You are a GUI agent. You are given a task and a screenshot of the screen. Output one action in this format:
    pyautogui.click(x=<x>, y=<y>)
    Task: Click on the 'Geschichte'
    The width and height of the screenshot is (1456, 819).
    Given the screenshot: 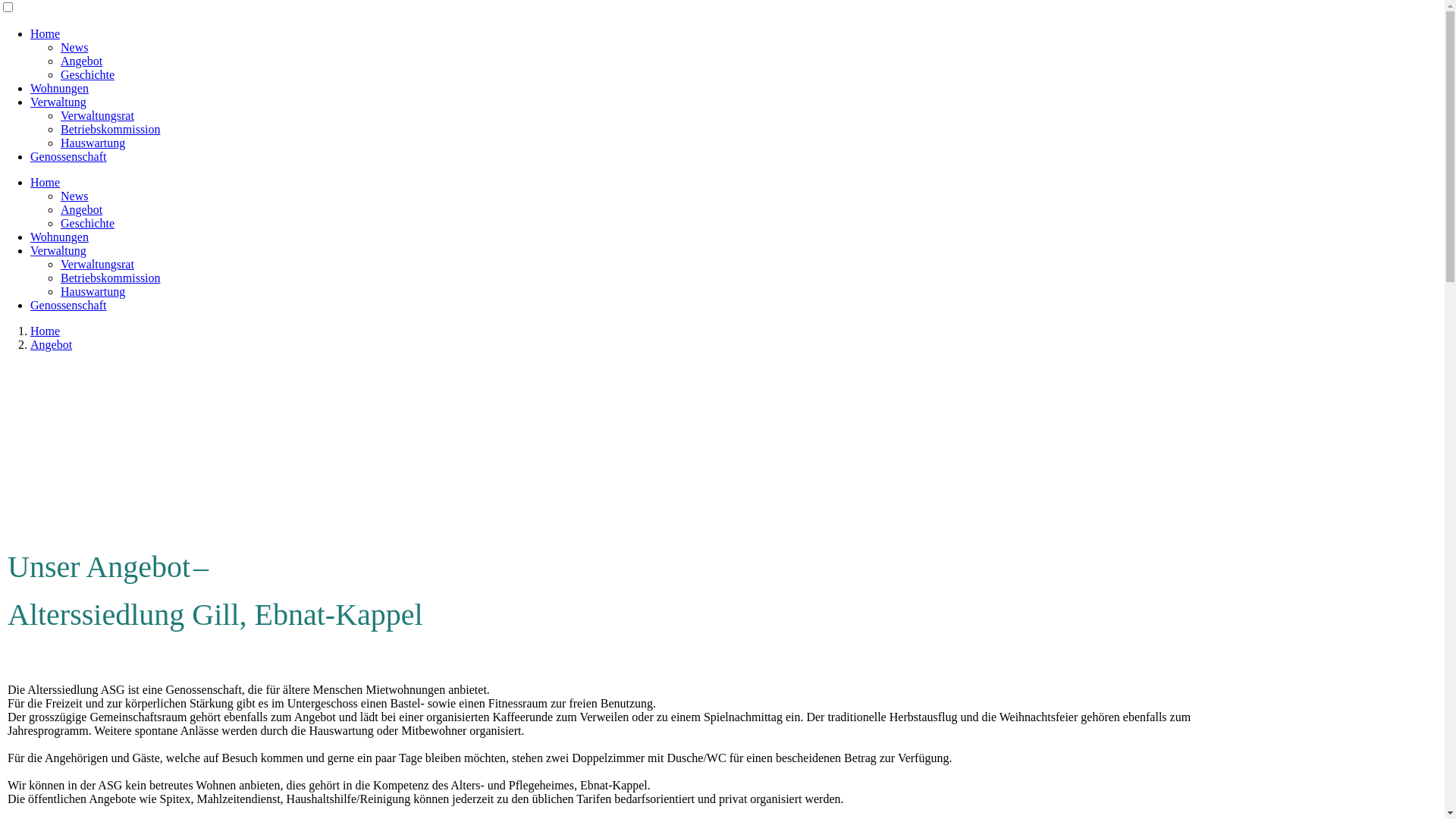 What is the action you would take?
    pyautogui.click(x=86, y=74)
    